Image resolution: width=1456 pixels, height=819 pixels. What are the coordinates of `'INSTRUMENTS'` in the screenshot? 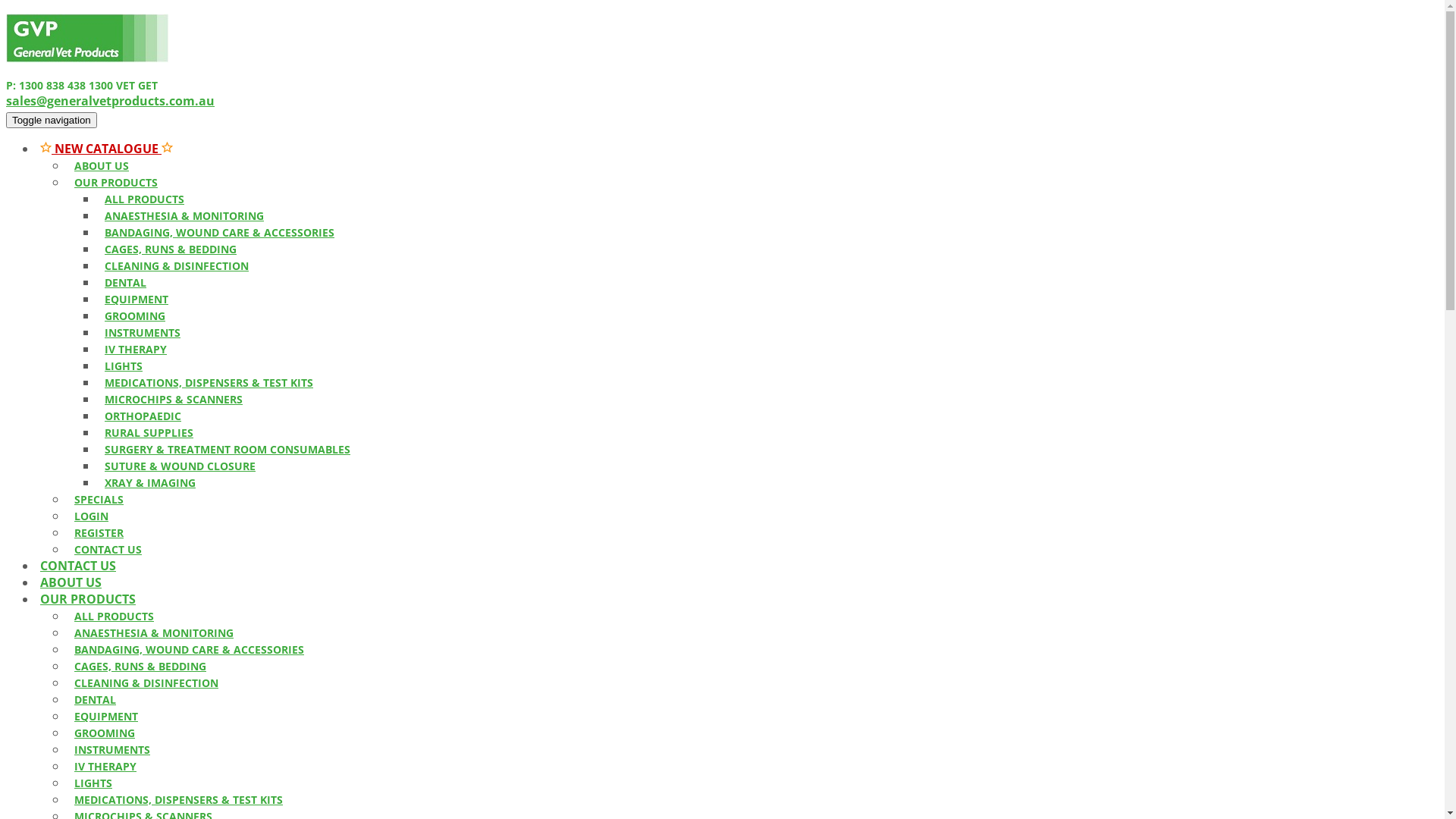 It's located at (111, 748).